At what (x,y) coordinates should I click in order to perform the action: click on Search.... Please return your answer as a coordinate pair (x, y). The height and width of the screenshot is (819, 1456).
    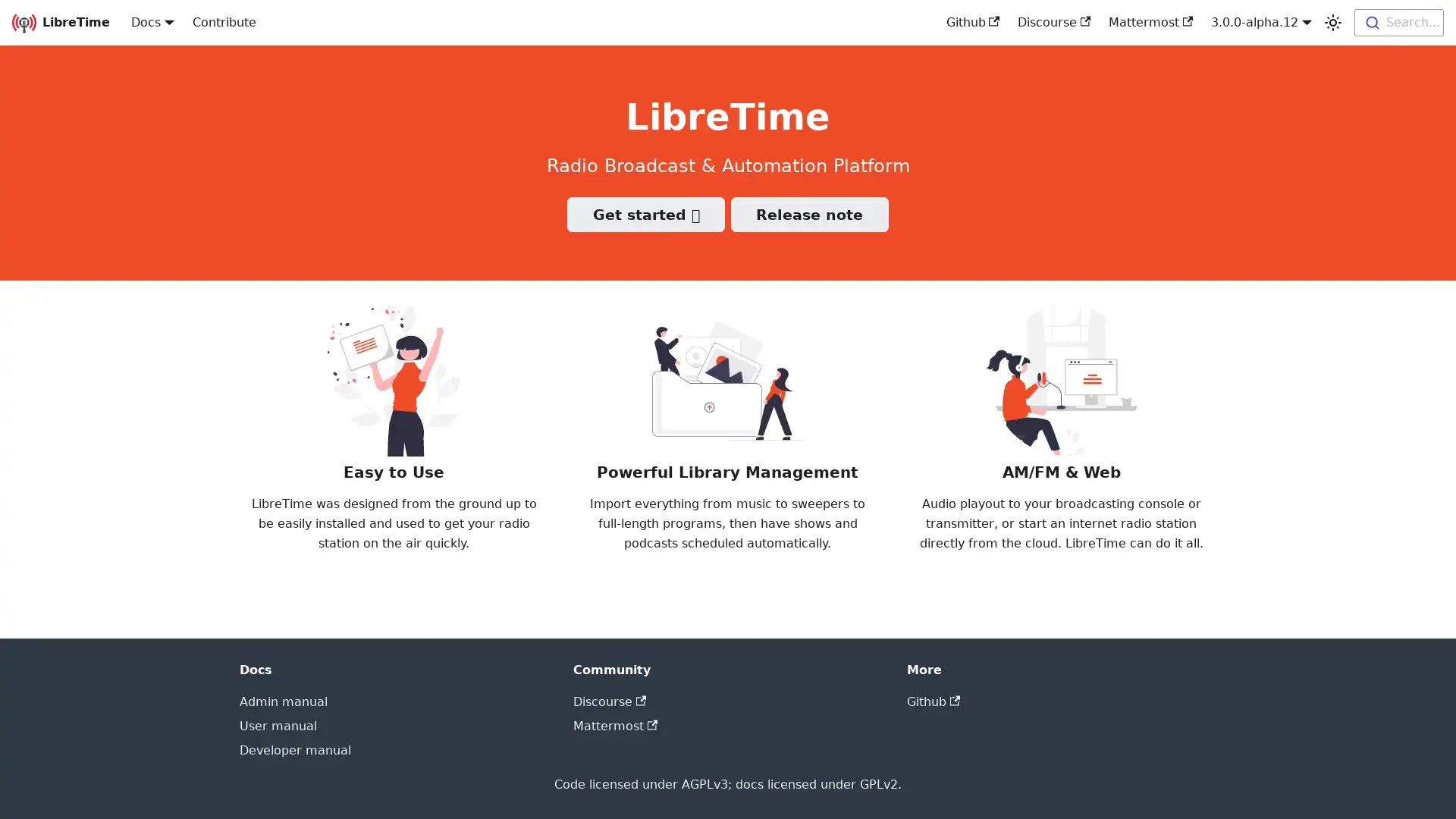
    Looking at the image, I should click on (1398, 23).